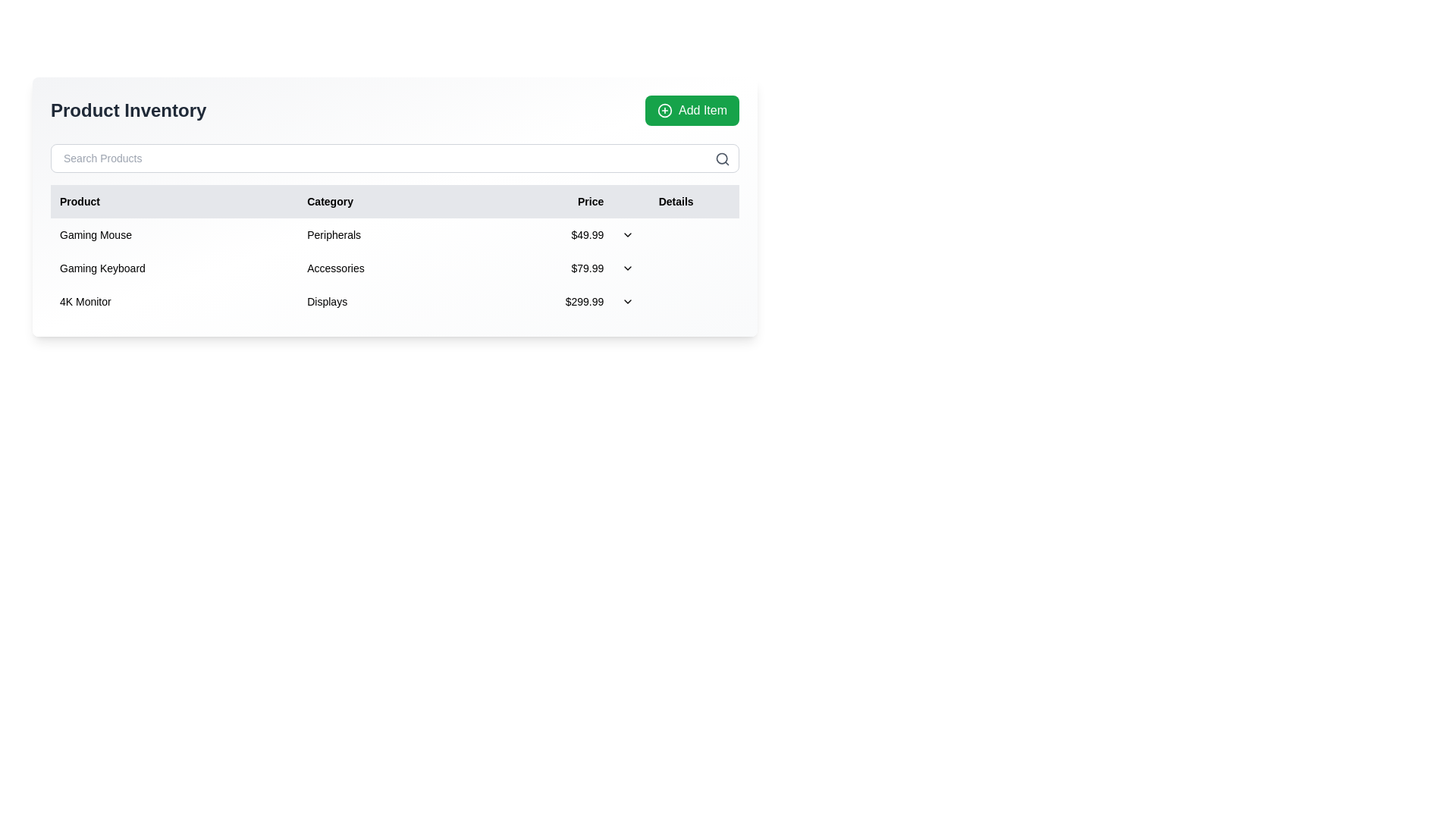  I want to click on the second row of the table displaying product details for 'Gaming Keyboard', which is categorized as 'Accessories' and priced at '$79.99', so click(395, 268).